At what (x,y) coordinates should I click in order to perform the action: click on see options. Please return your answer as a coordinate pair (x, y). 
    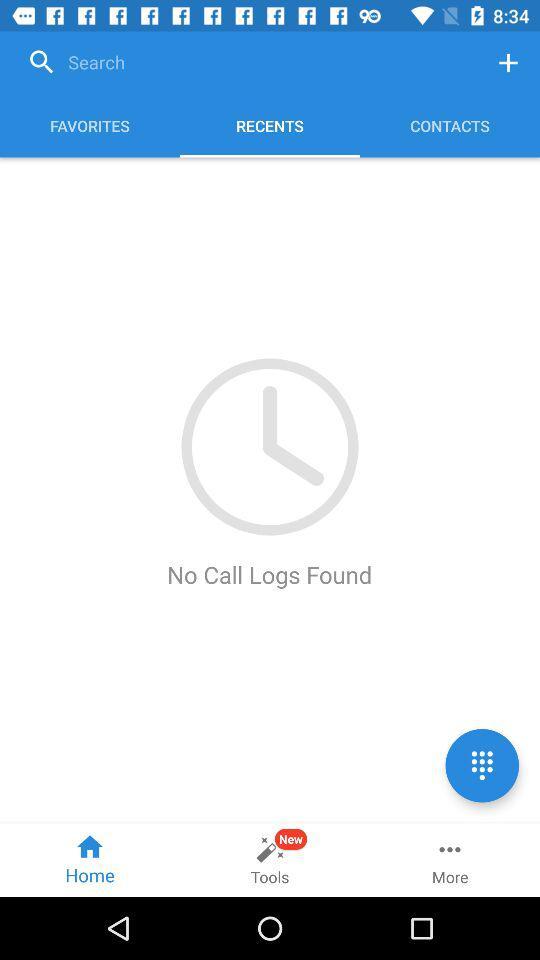
    Looking at the image, I should click on (481, 764).